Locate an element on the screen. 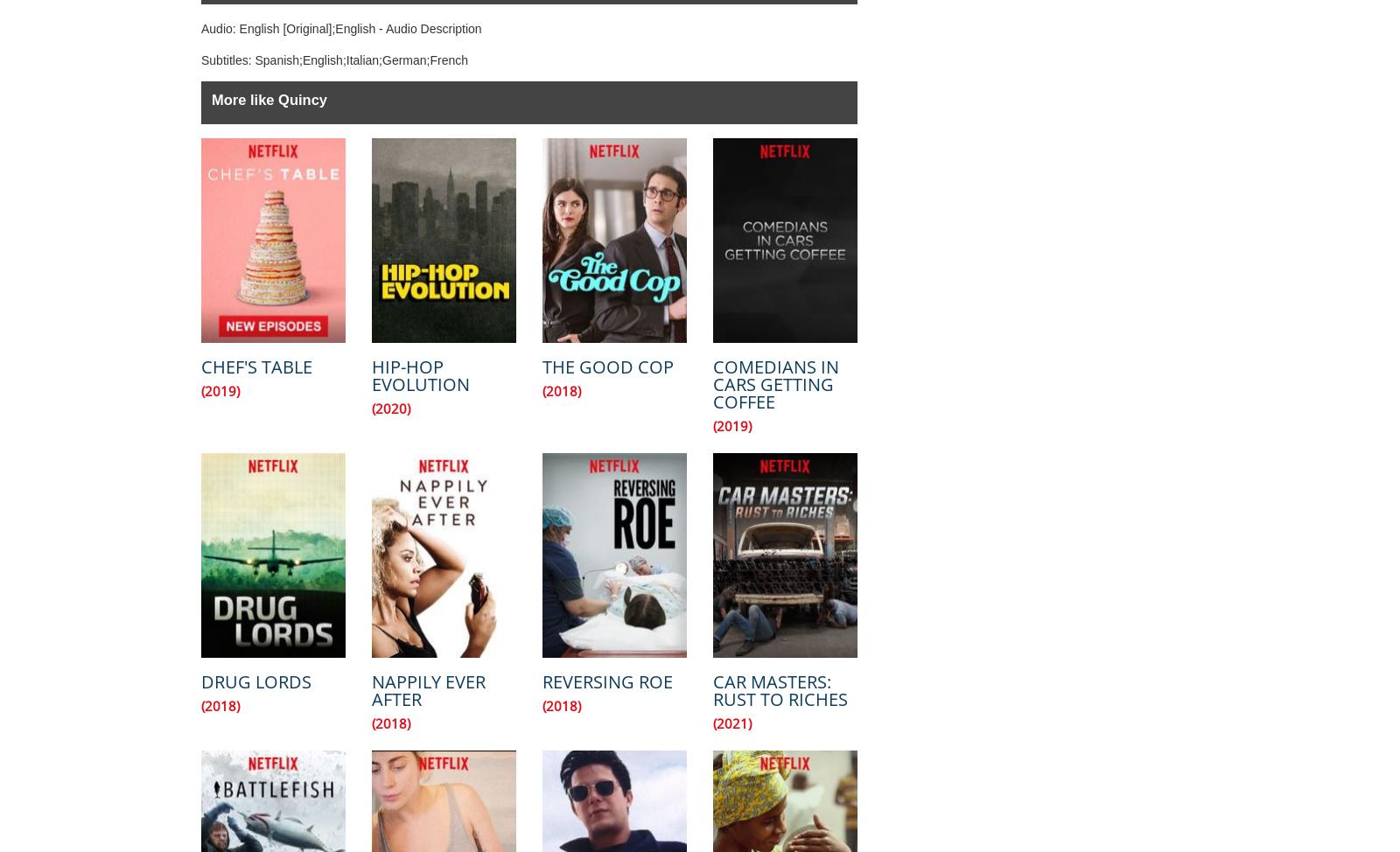  'Drug Lords' is located at coordinates (200, 681).